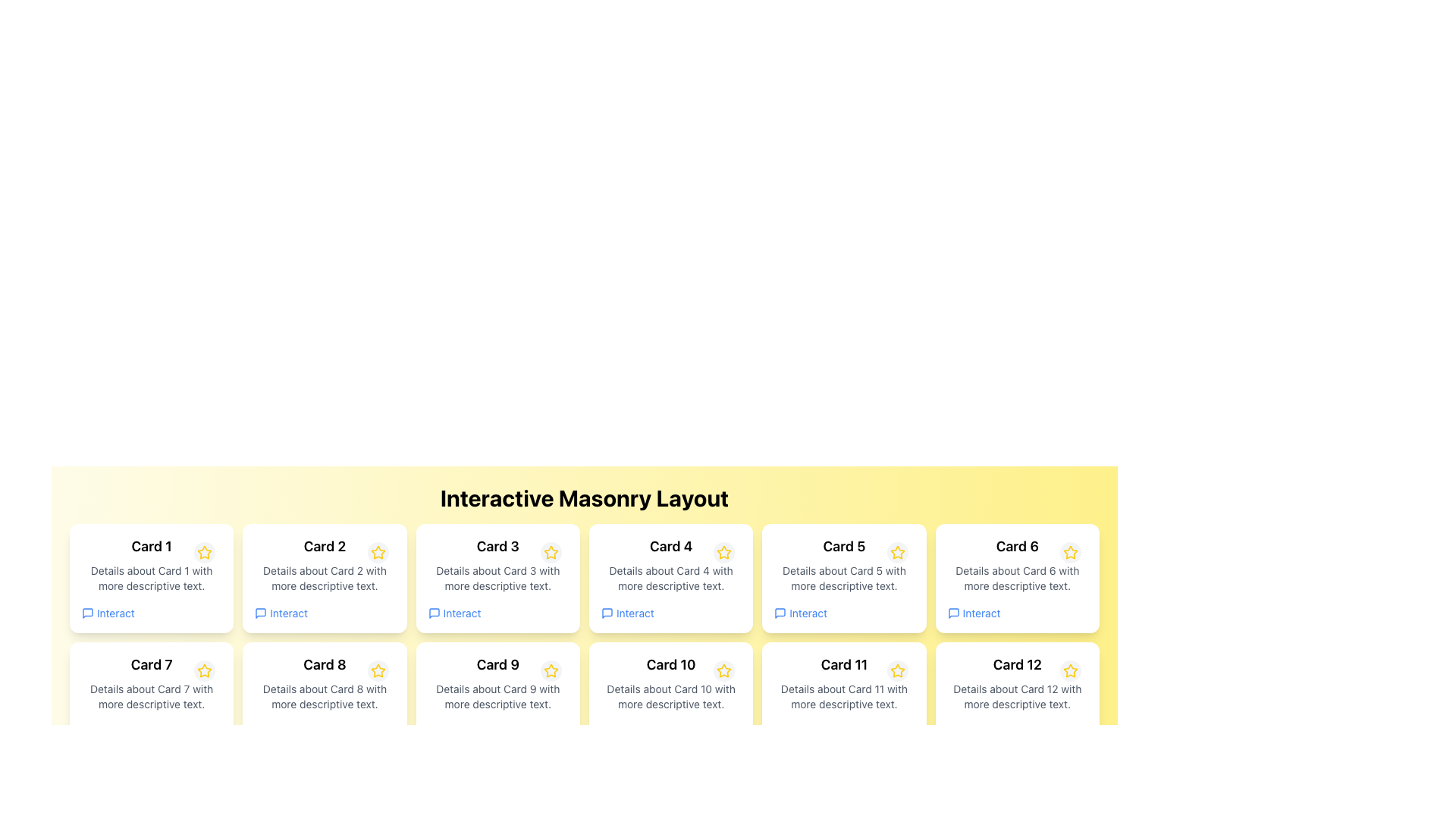  What do you see at coordinates (378, 553) in the screenshot?
I see `the rounded button with a light gray background and a yellow outlined star icon located in the top-right corner of 'Card 2'` at bounding box center [378, 553].